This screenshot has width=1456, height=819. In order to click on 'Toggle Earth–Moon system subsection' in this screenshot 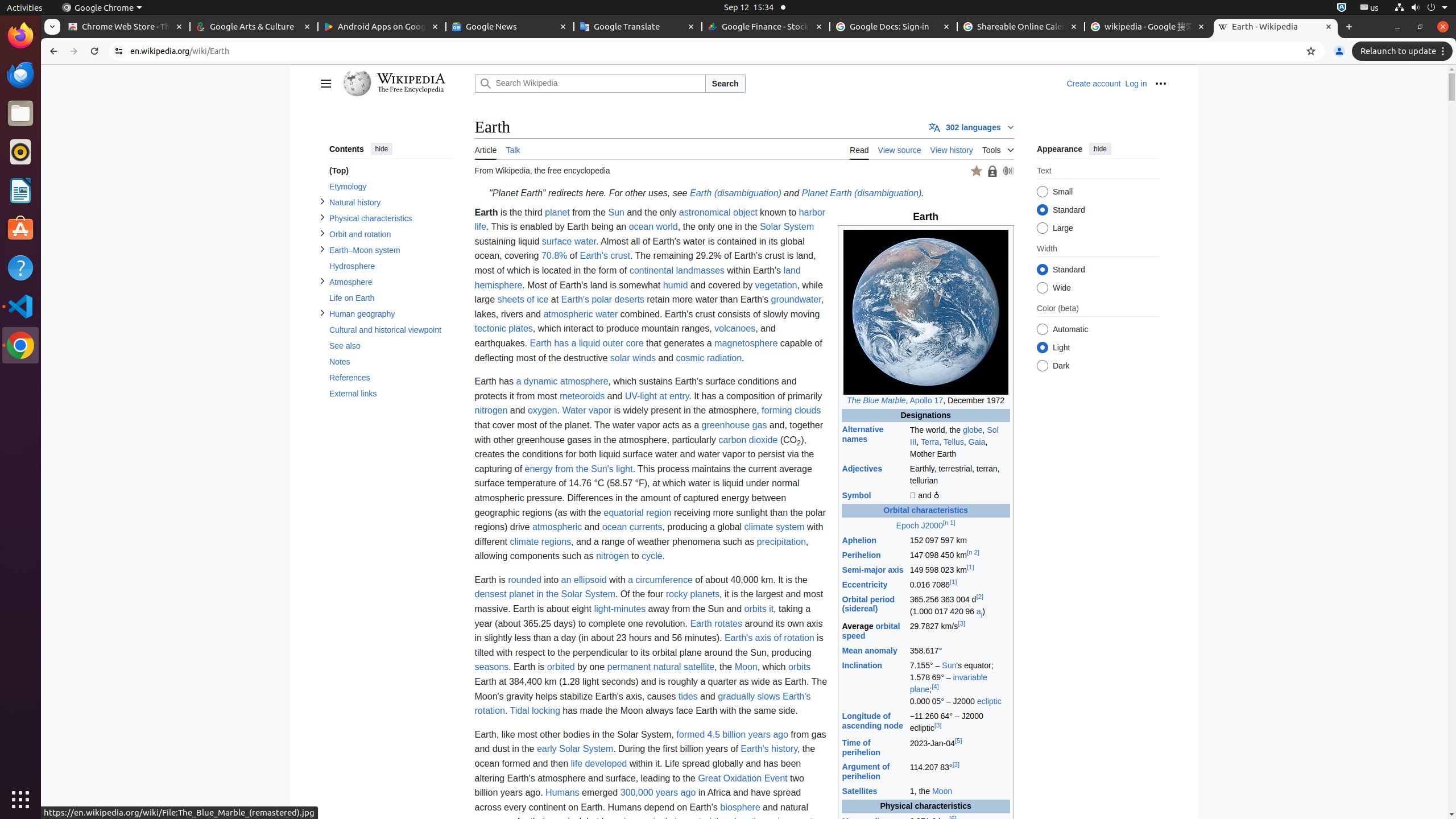, I will do `click(322, 249)`.